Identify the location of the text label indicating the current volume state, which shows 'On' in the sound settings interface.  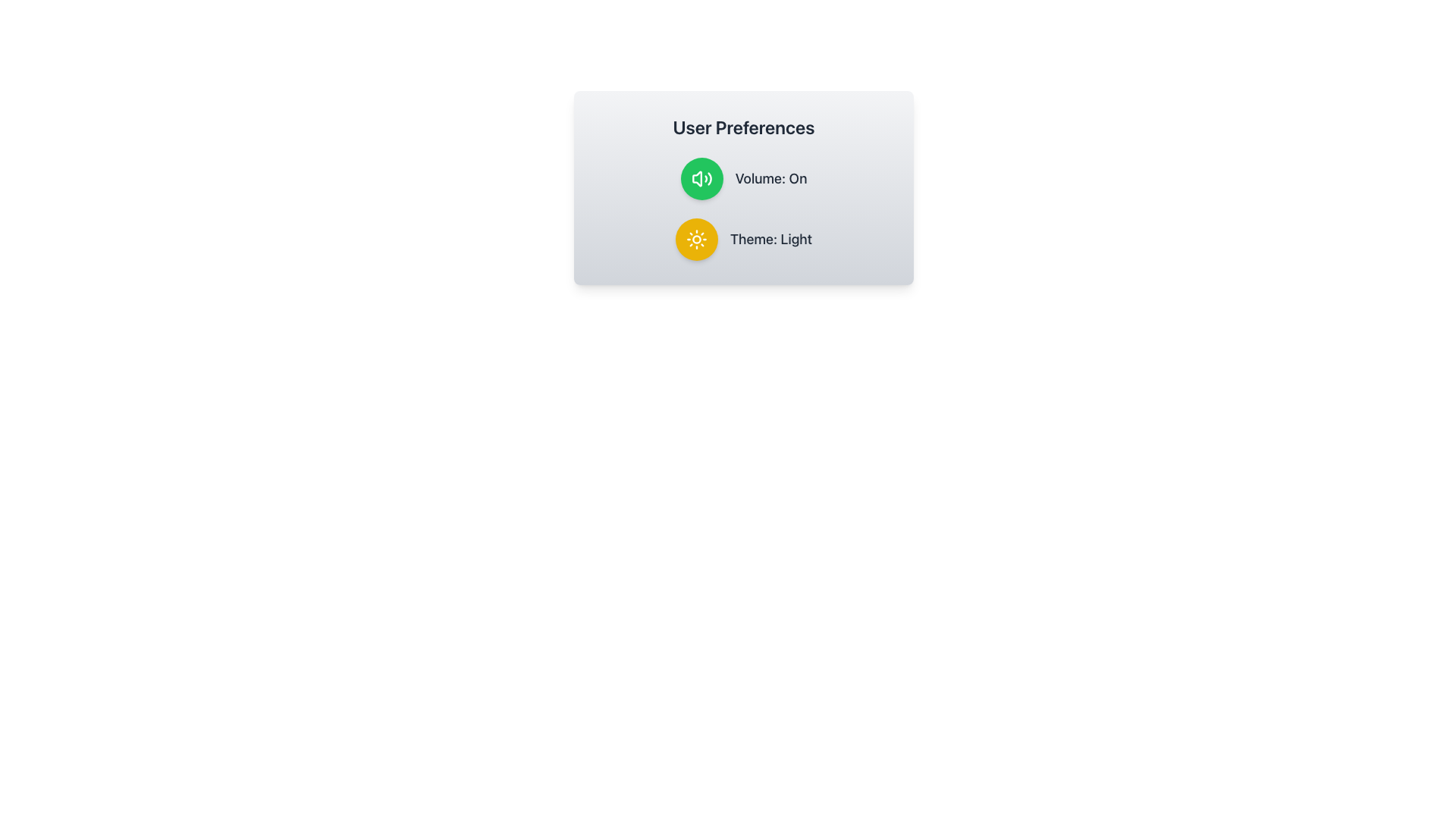
(771, 177).